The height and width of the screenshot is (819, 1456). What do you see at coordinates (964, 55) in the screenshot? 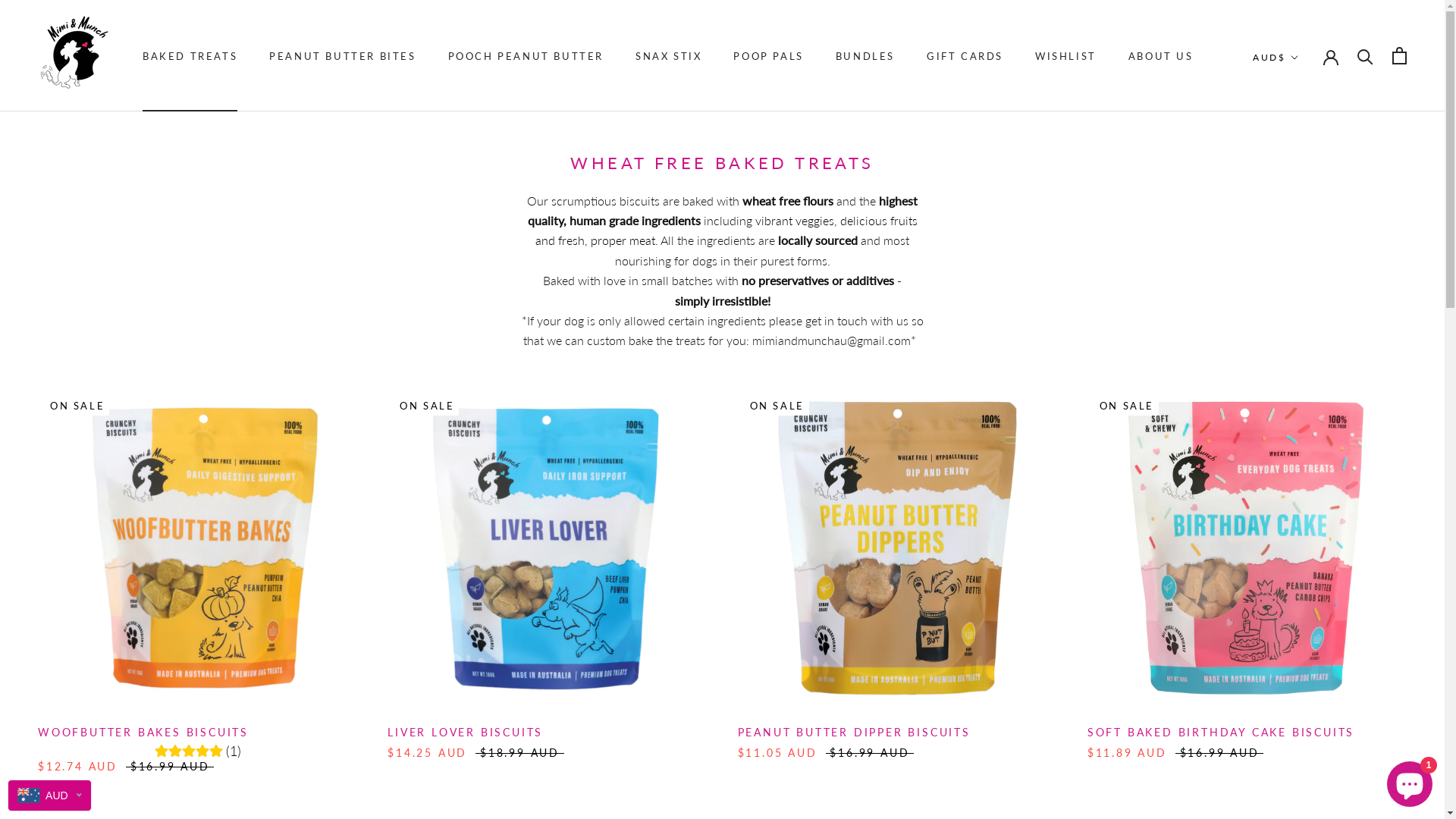
I see `'GIFT CARDS` at bounding box center [964, 55].